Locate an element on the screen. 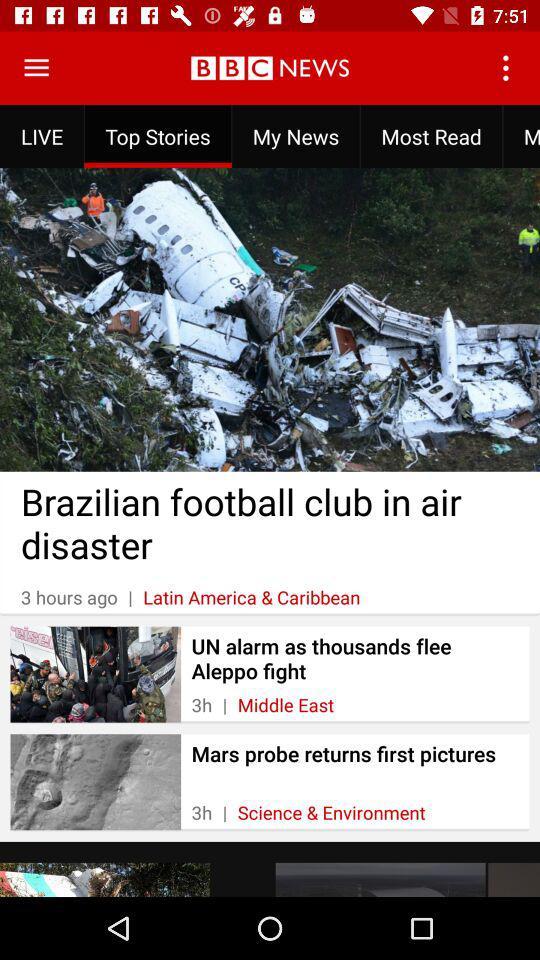 This screenshot has width=540, height=960. open menu is located at coordinates (36, 68).